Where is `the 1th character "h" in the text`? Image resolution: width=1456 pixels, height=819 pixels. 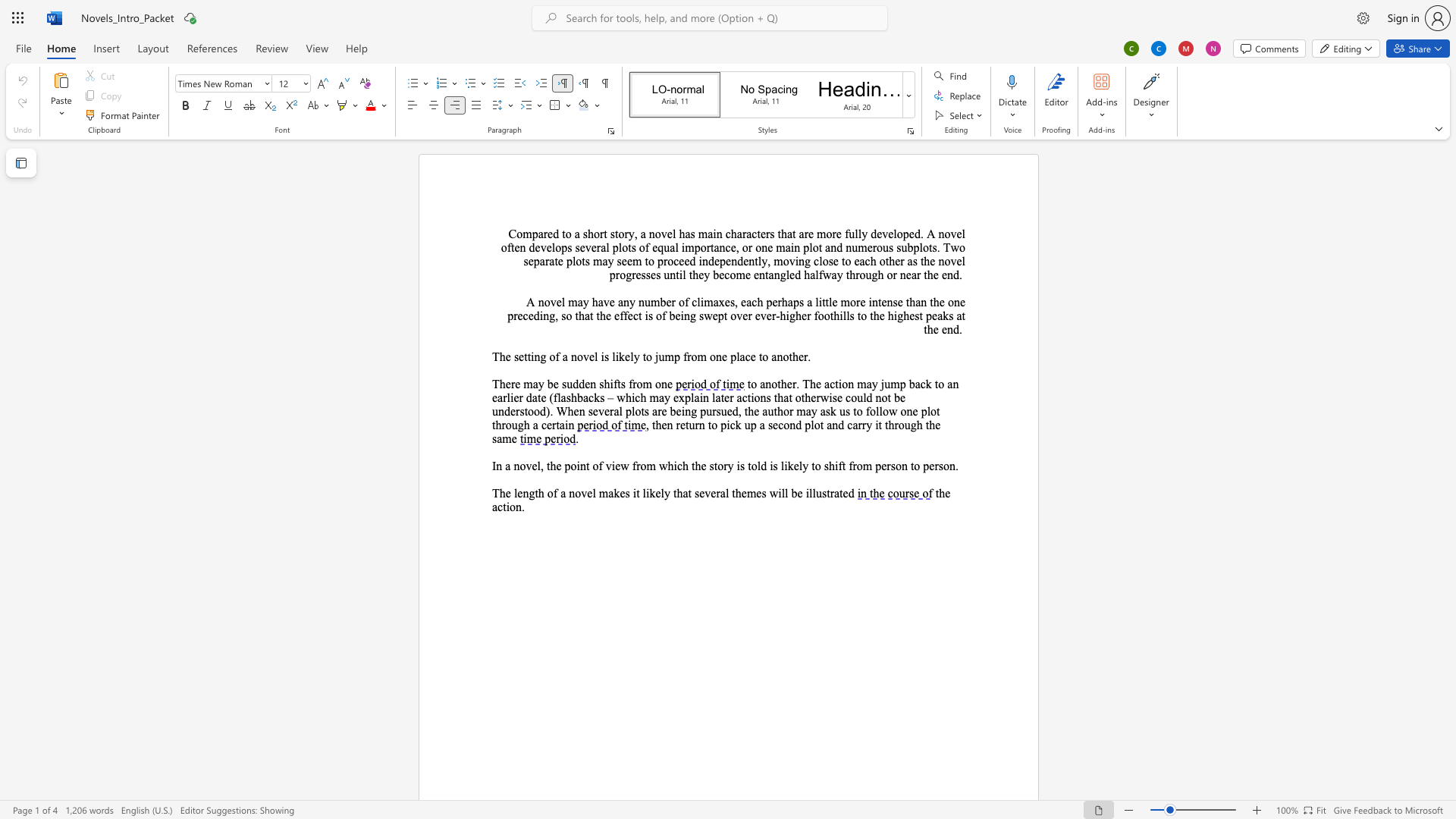
the 1th character "h" in the text is located at coordinates (589, 234).